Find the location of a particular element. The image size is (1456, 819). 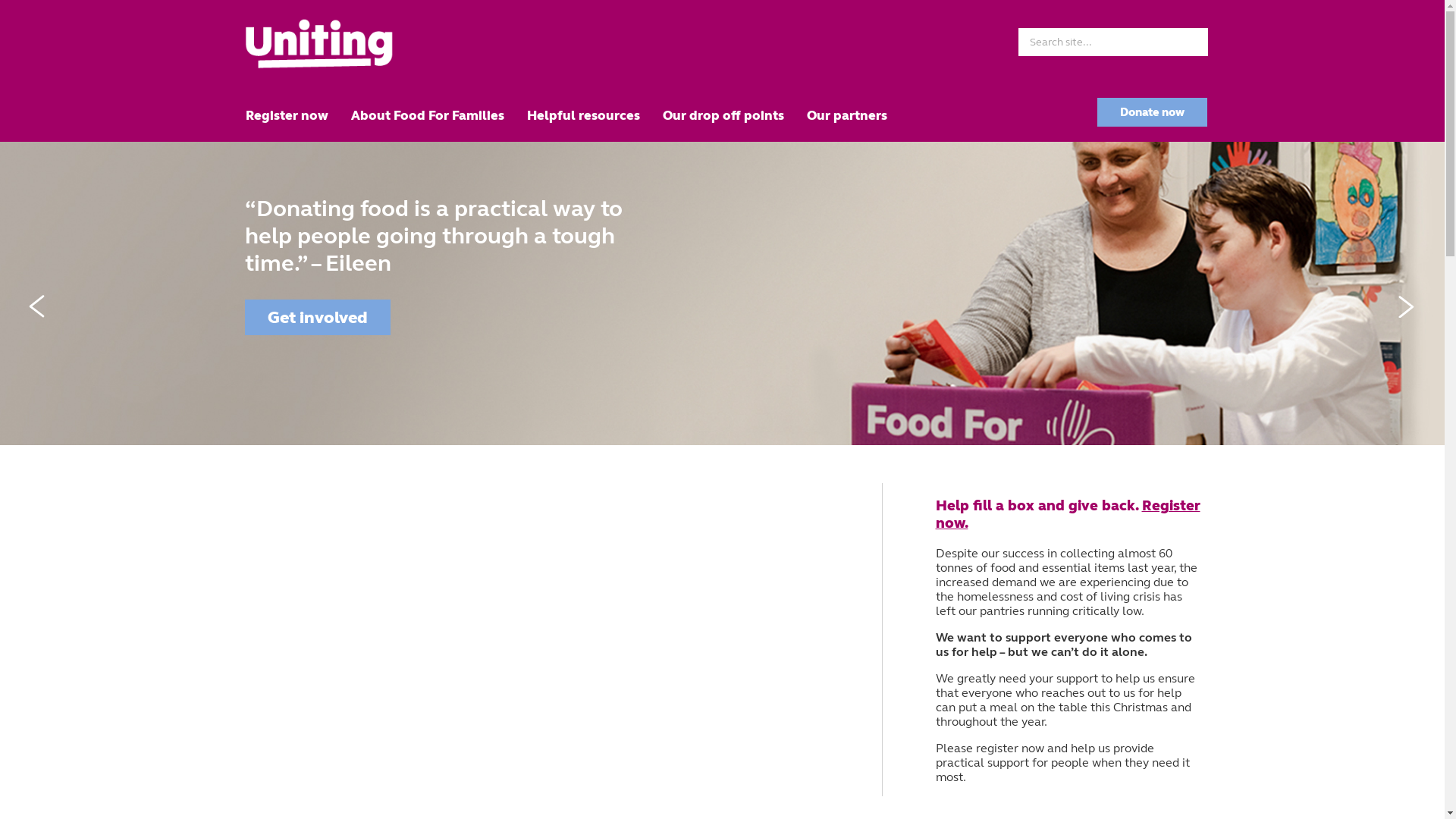

'Search site...' is located at coordinates (1112, 41).